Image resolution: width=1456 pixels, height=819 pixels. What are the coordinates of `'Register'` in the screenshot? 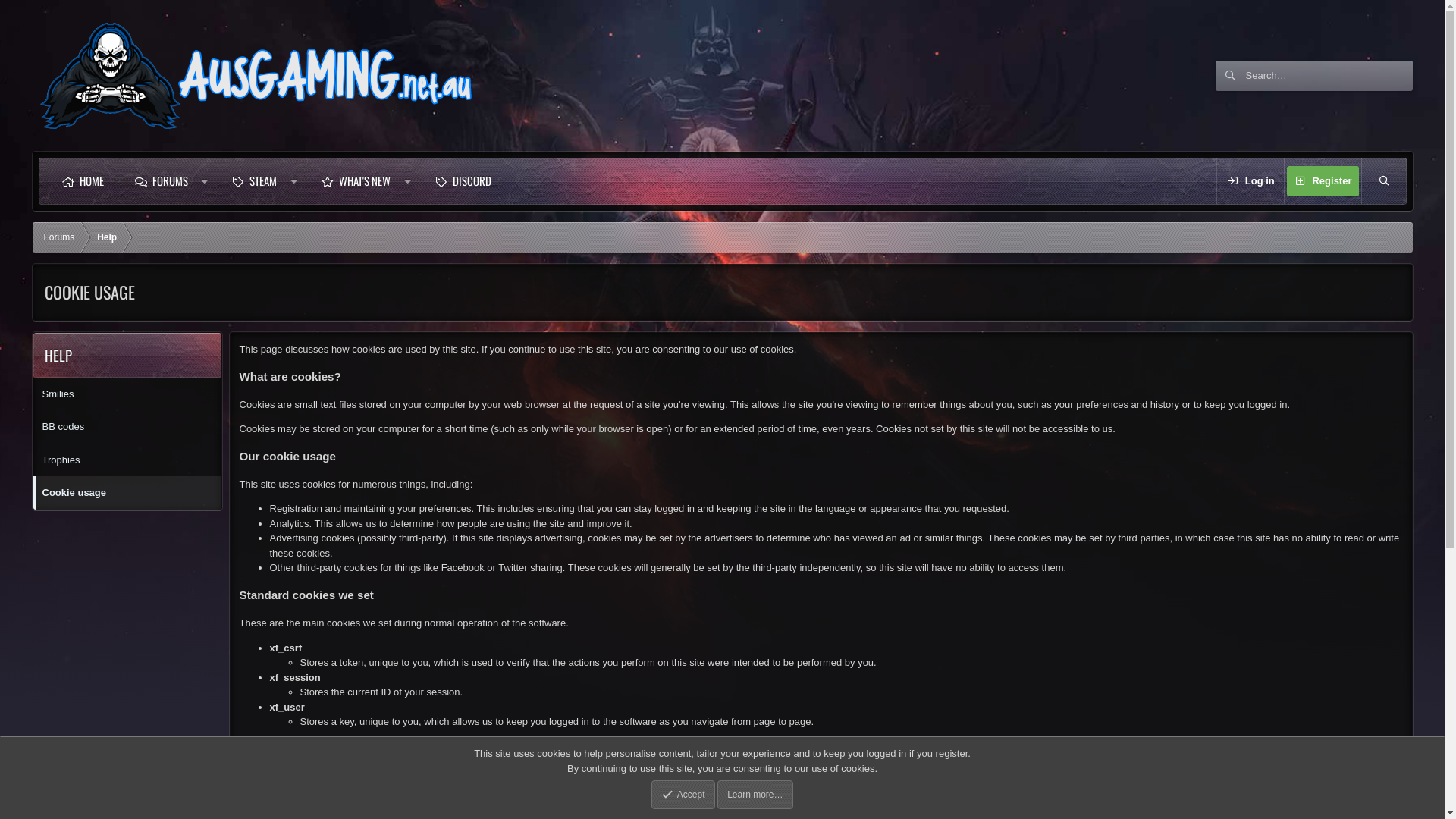 It's located at (1321, 180).